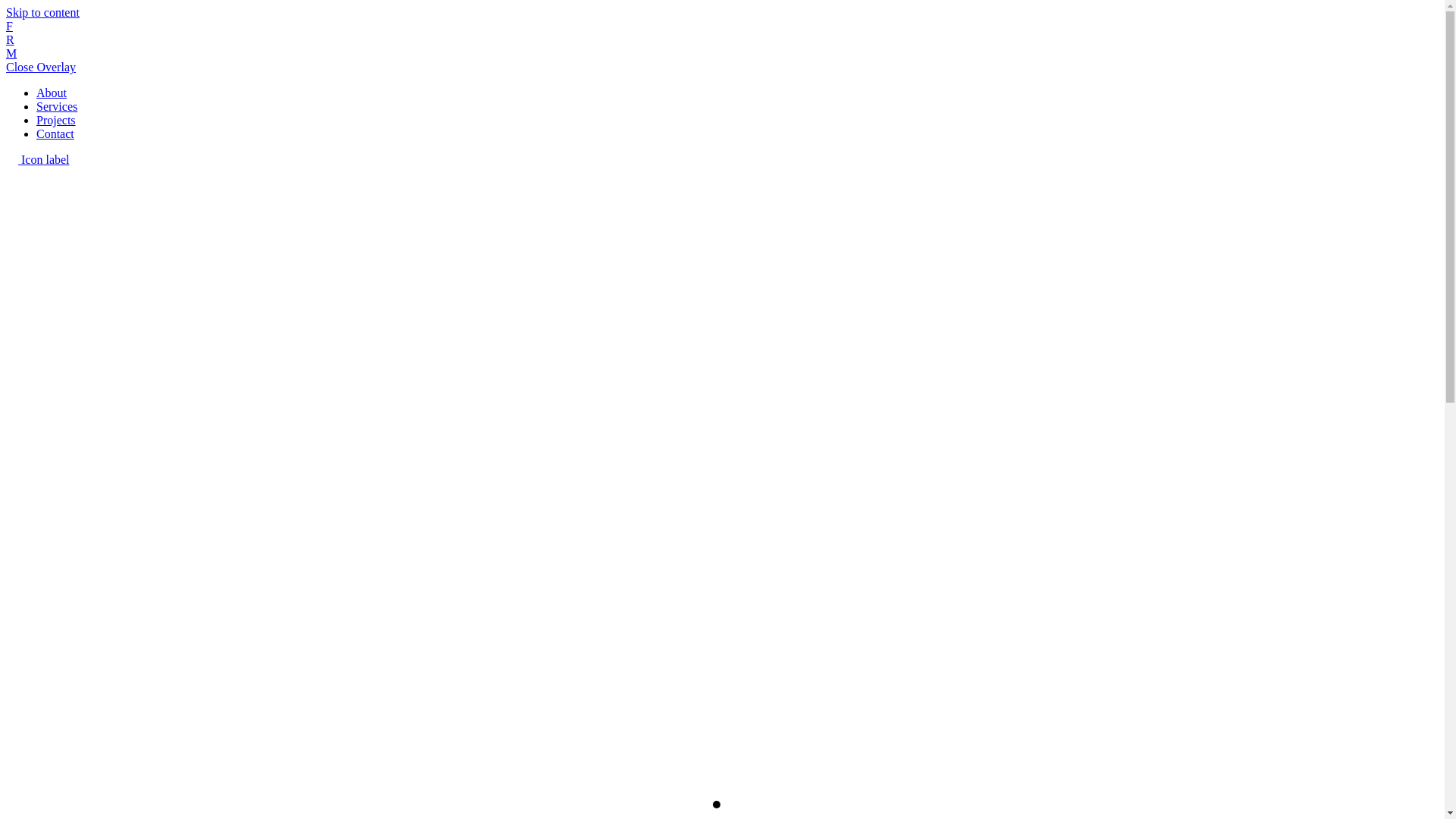  What do you see at coordinates (55, 133) in the screenshot?
I see `'Contact'` at bounding box center [55, 133].